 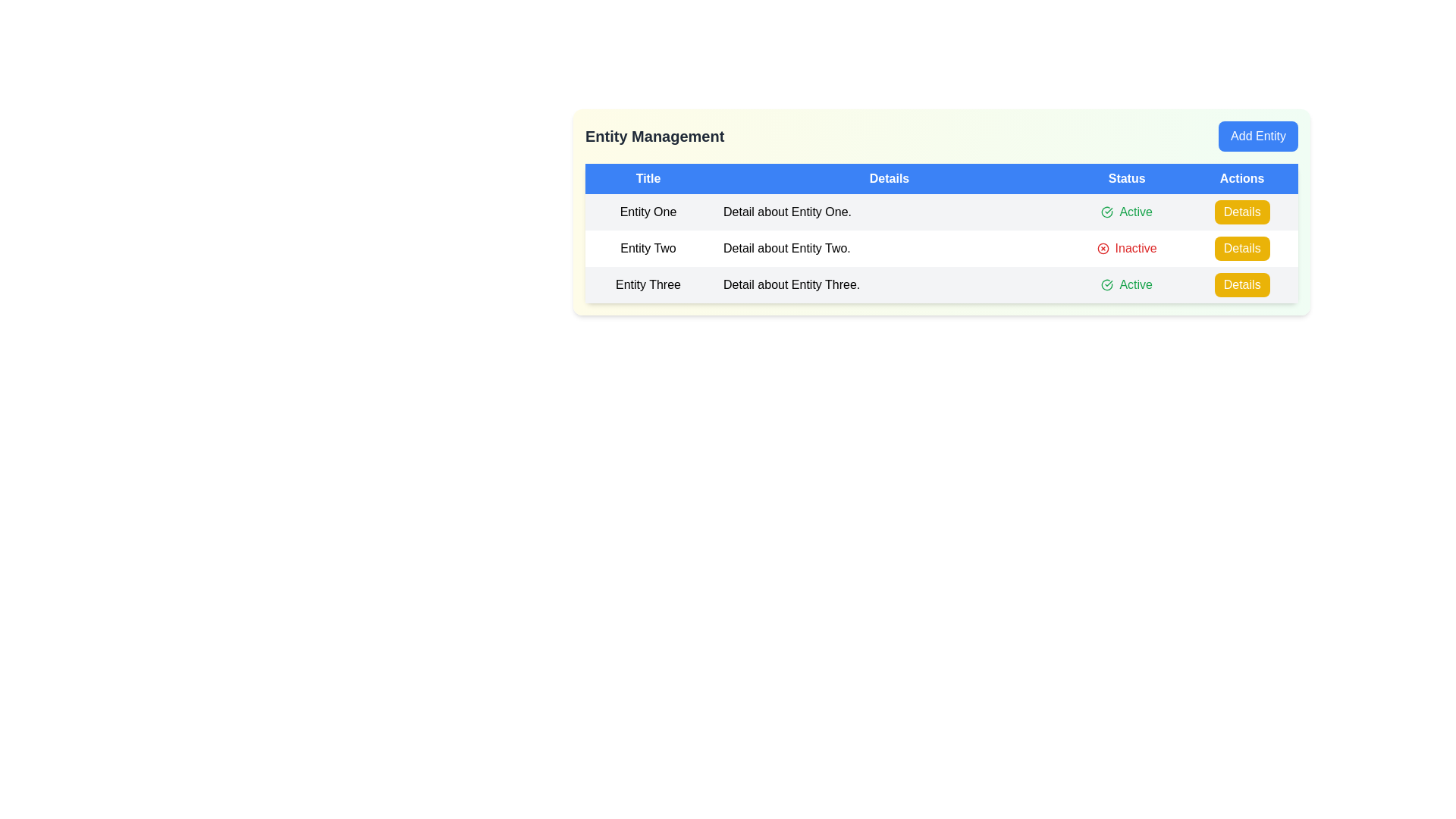 I want to click on the 'Active' label with a checkmark icon located in the 'Status' column of the first row in the table, so click(x=1127, y=212).